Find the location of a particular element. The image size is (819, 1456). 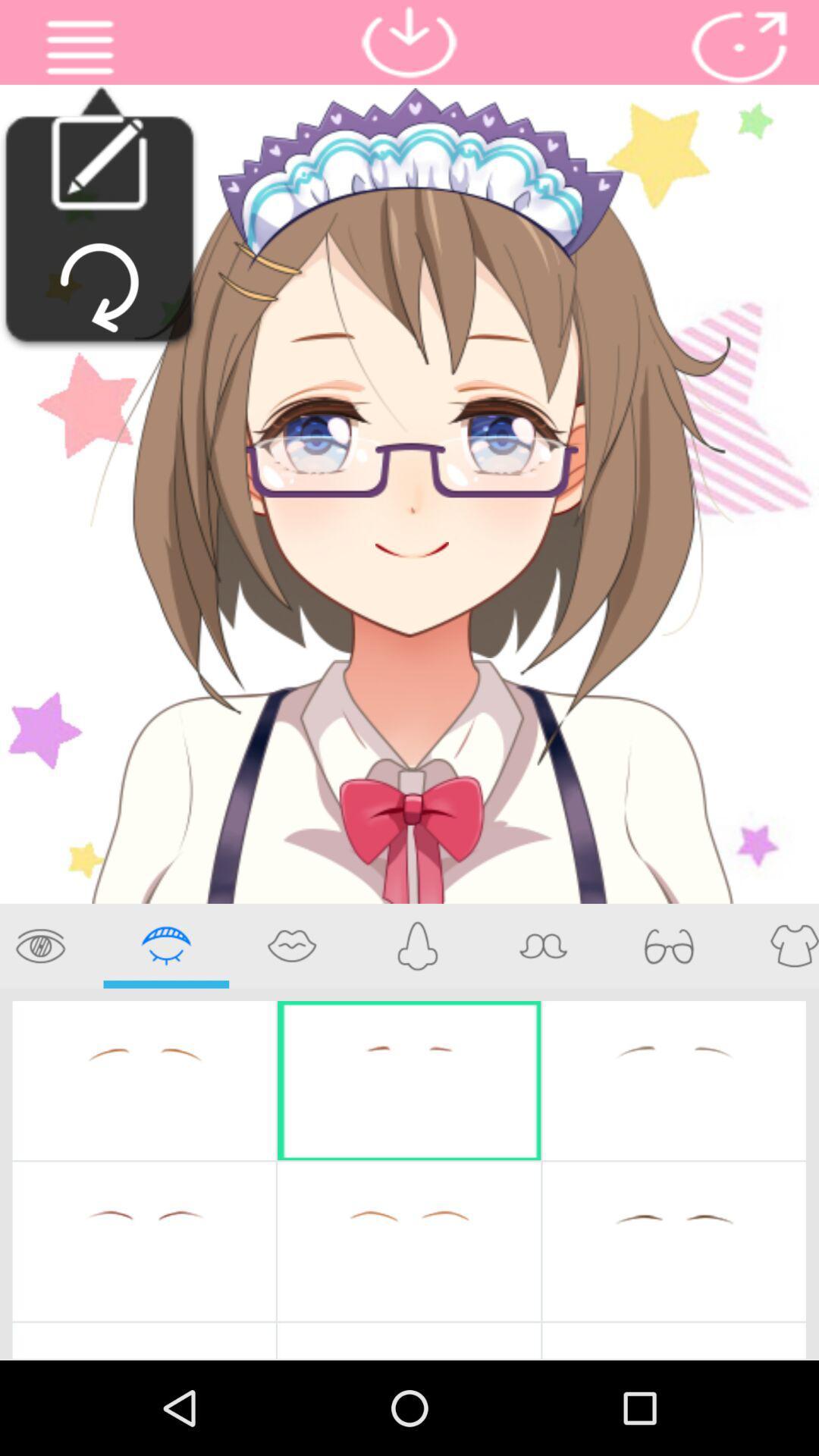

the menu icon is located at coordinates (80, 51).